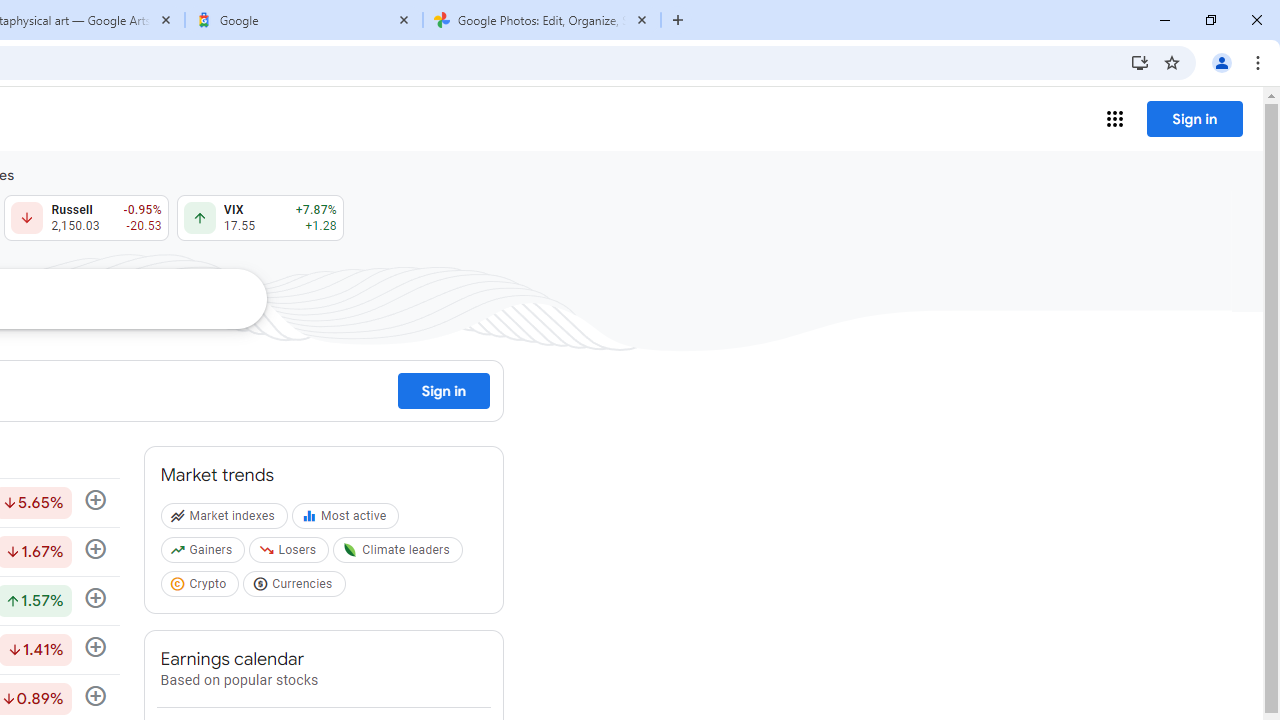 The width and height of the screenshot is (1280, 720). What do you see at coordinates (348, 519) in the screenshot?
I see `'Most active'` at bounding box center [348, 519].